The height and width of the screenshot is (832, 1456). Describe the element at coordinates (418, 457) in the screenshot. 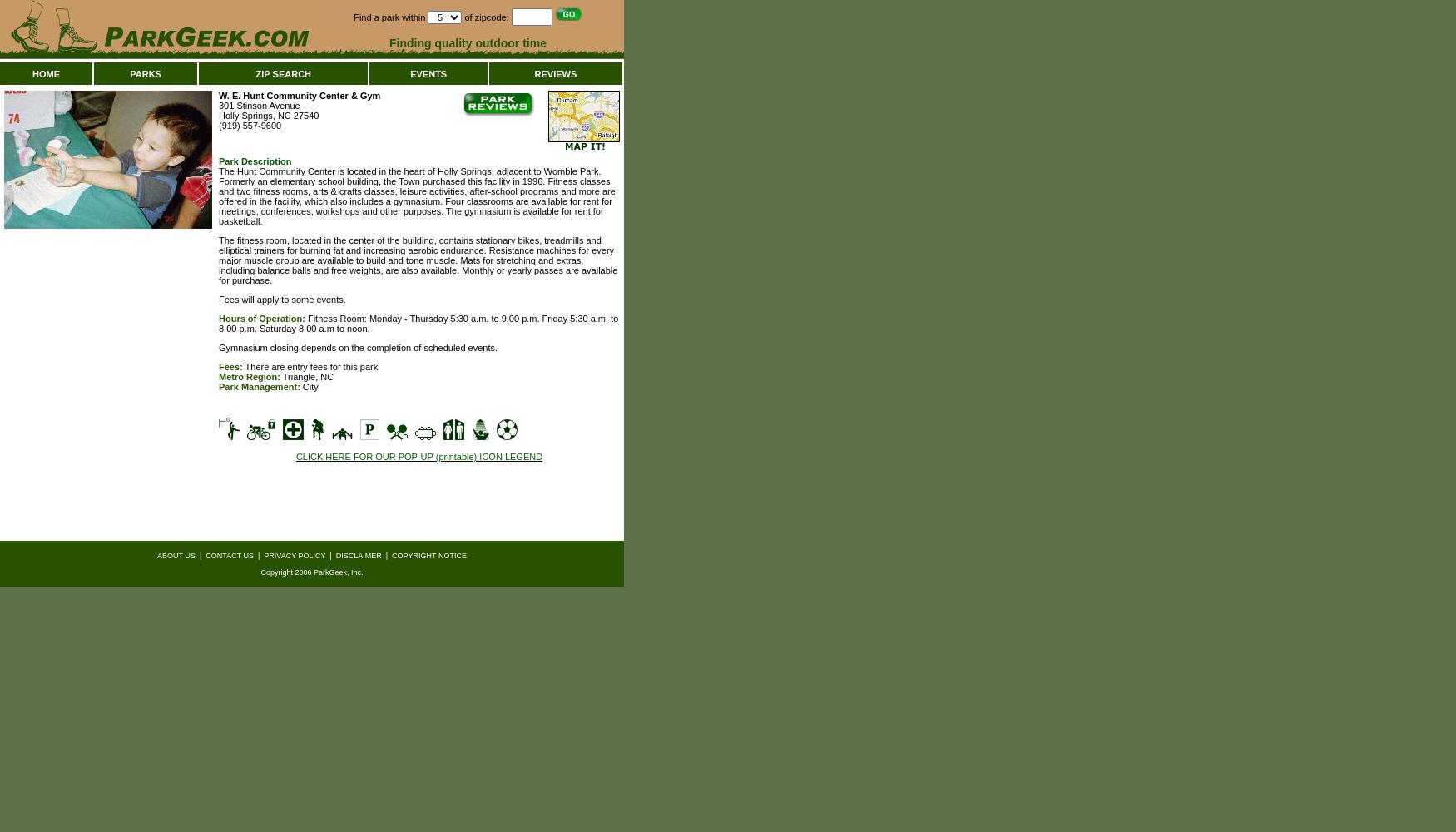

I see `'CLICK HERE FOR OUR POP-UP (printable) ICON LEGEND'` at that location.